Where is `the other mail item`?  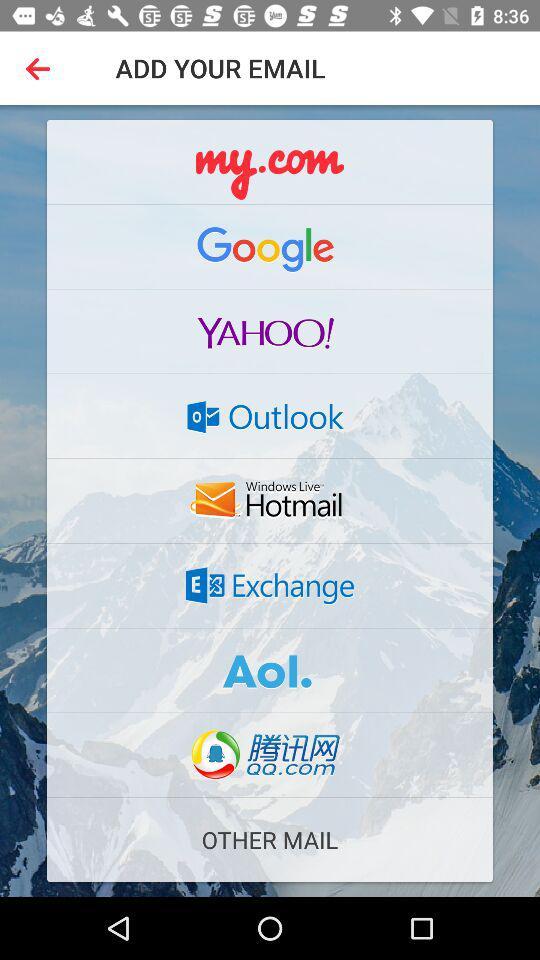 the other mail item is located at coordinates (270, 840).